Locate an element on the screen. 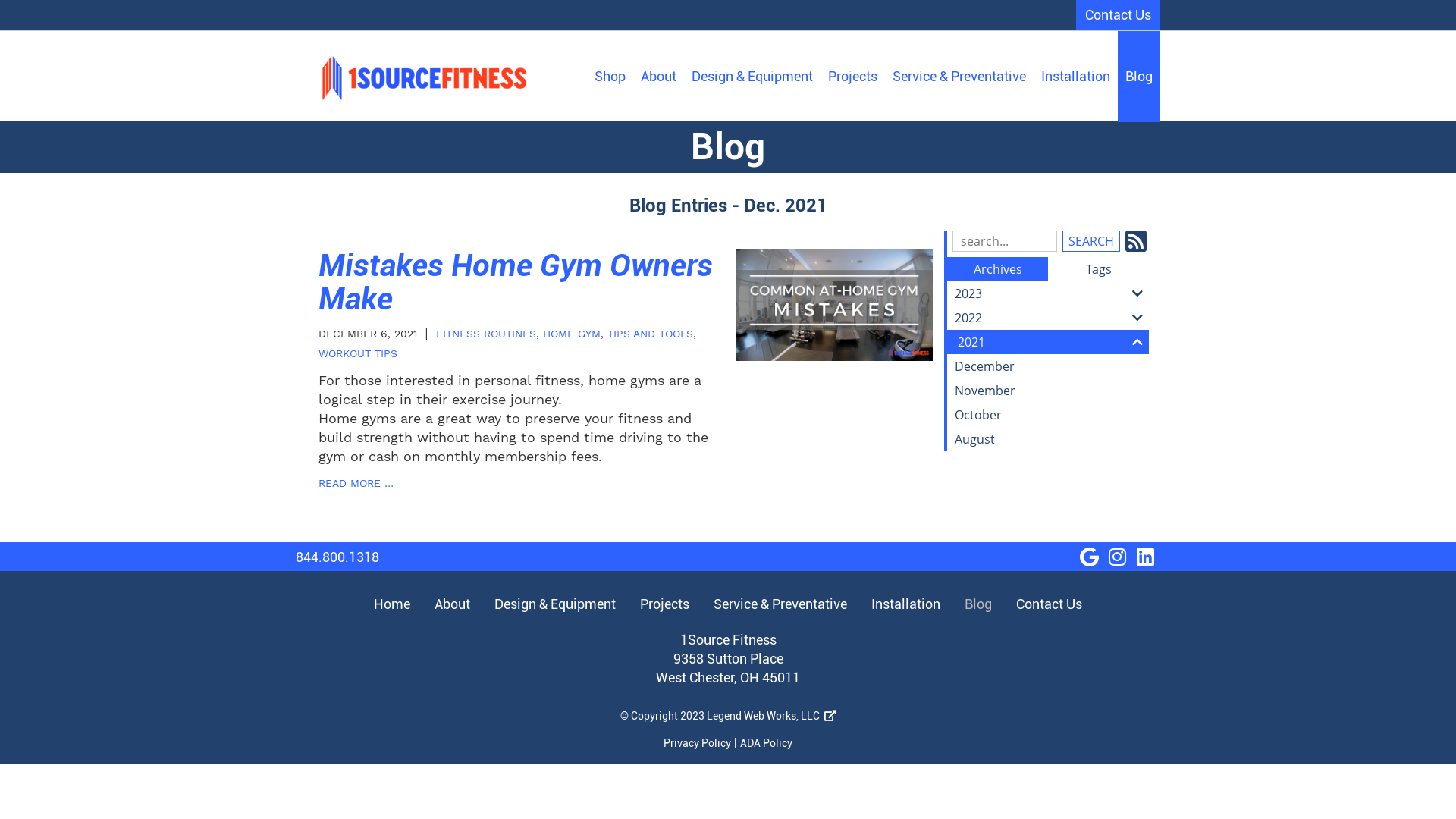 Image resolution: width=1456 pixels, height=819 pixels. 'Legend Web Works, LLC ' is located at coordinates (771, 716).